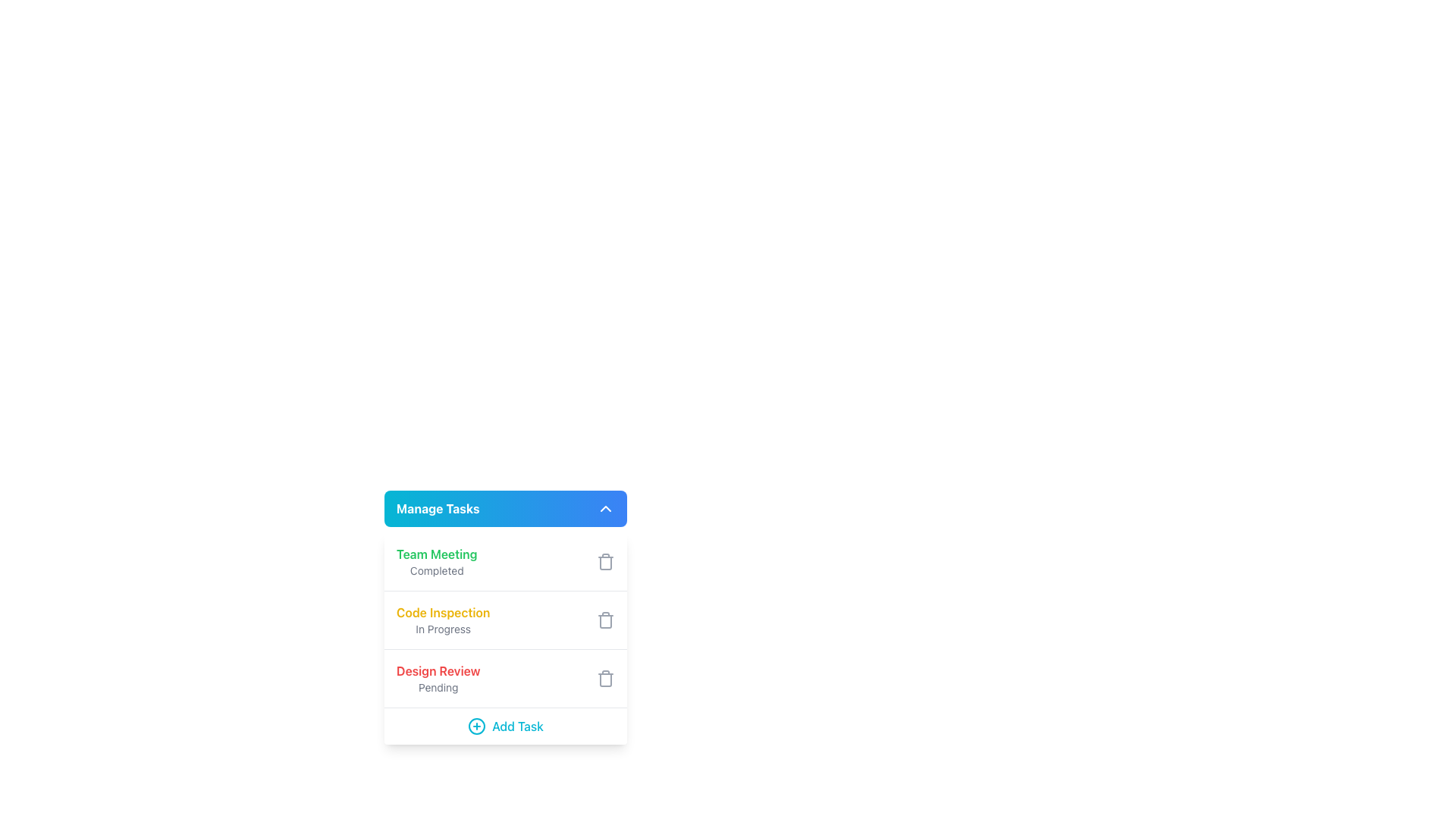  What do you see at coordinates (604, 620) in the screenshot?
I see `the trash icon at the far right end of the 'Code Inspection' row` at bounding box center [604, 620].